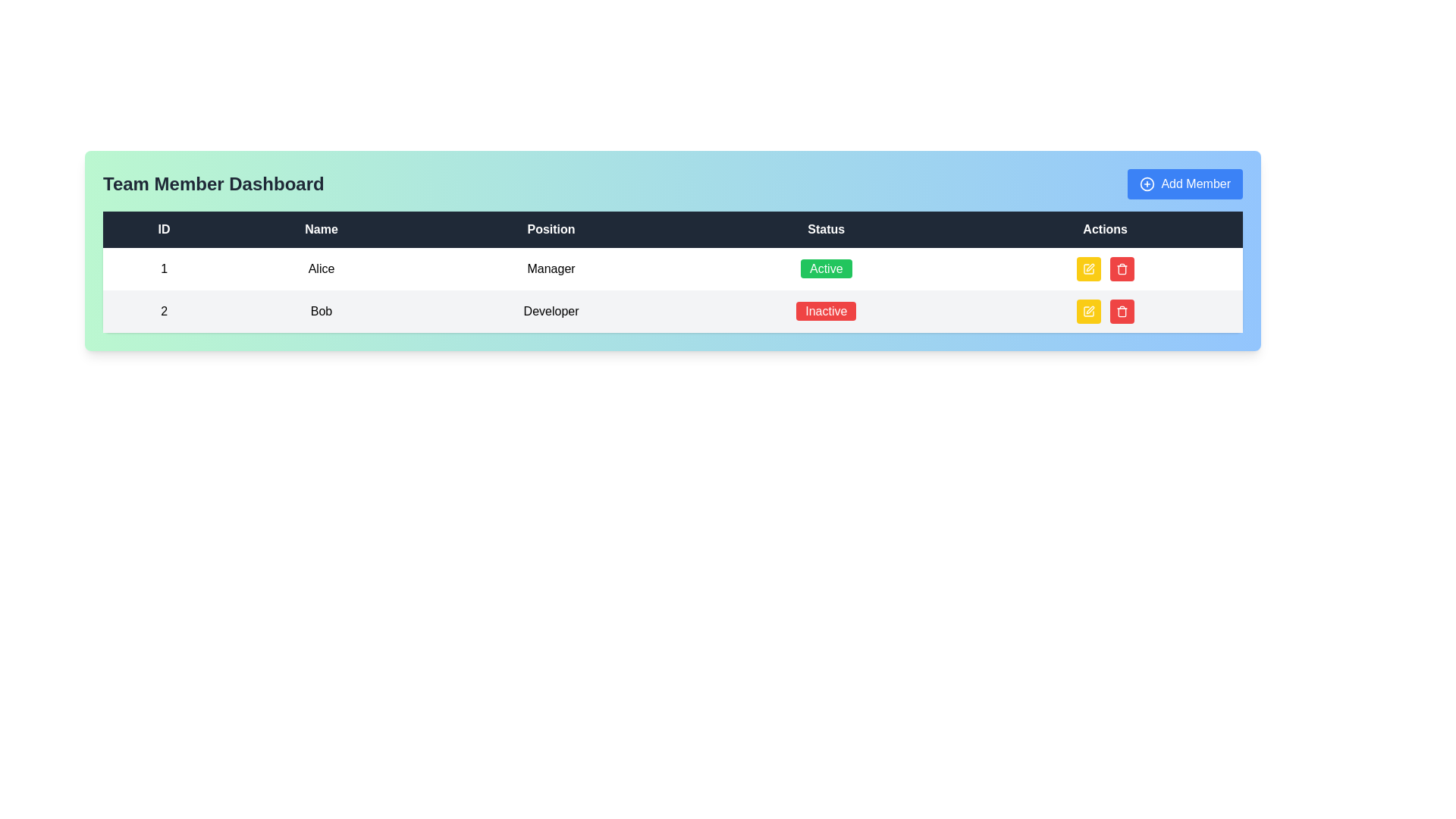 Image resolution: width=1456 pixels, height=819 pixels. What do you see at coordinates (551, 268) in the screenshot?
I see `the text label in the third column of the first row of the table, which is located between 'Alice' and 'Active'` at bounding box center [551, 268].